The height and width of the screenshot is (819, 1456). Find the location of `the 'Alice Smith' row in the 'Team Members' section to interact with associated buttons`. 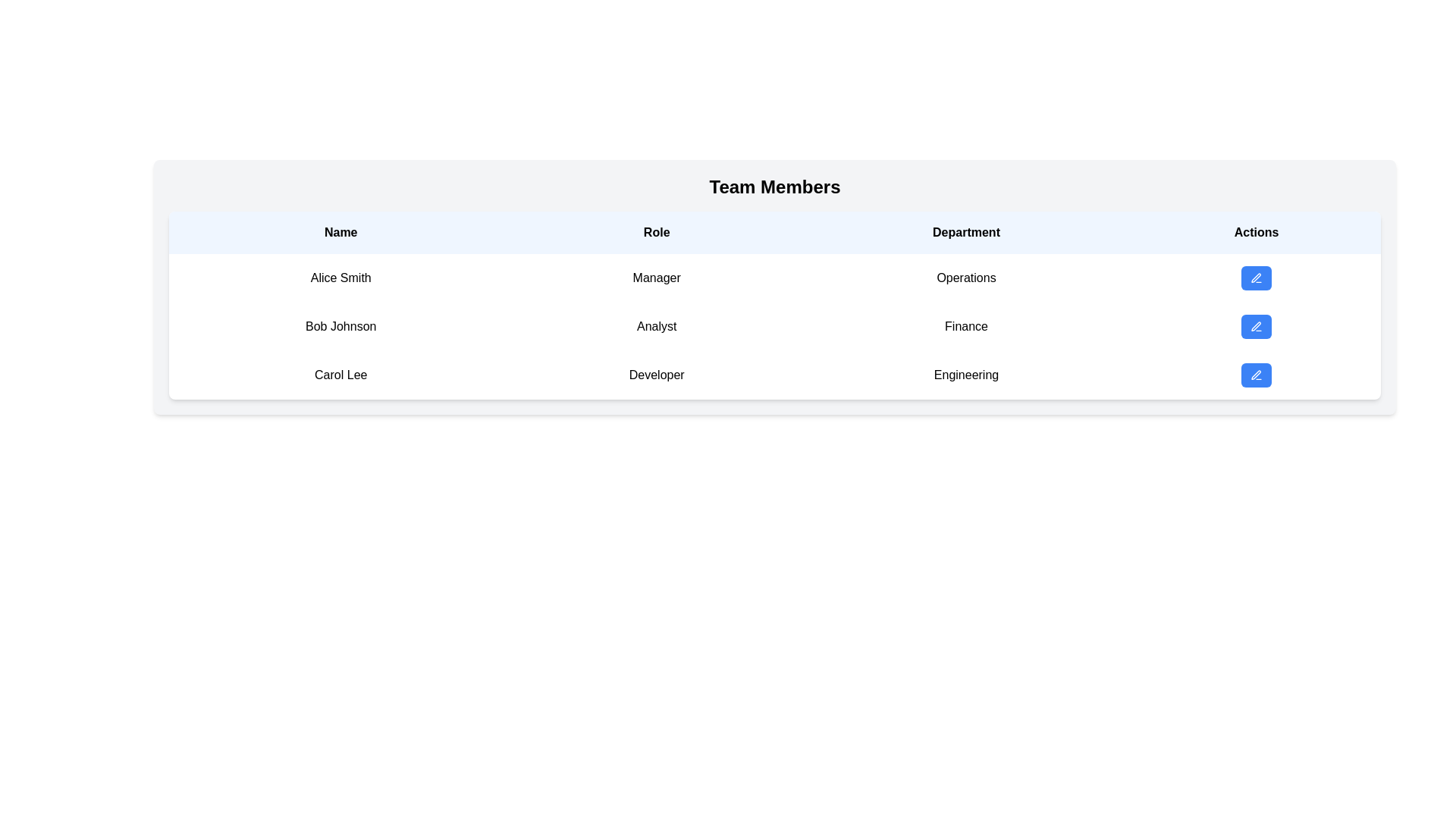

the 'Alice Smith' row in the 'Team Members' section to interact with associated buttons is located at coordinates (775, 278).